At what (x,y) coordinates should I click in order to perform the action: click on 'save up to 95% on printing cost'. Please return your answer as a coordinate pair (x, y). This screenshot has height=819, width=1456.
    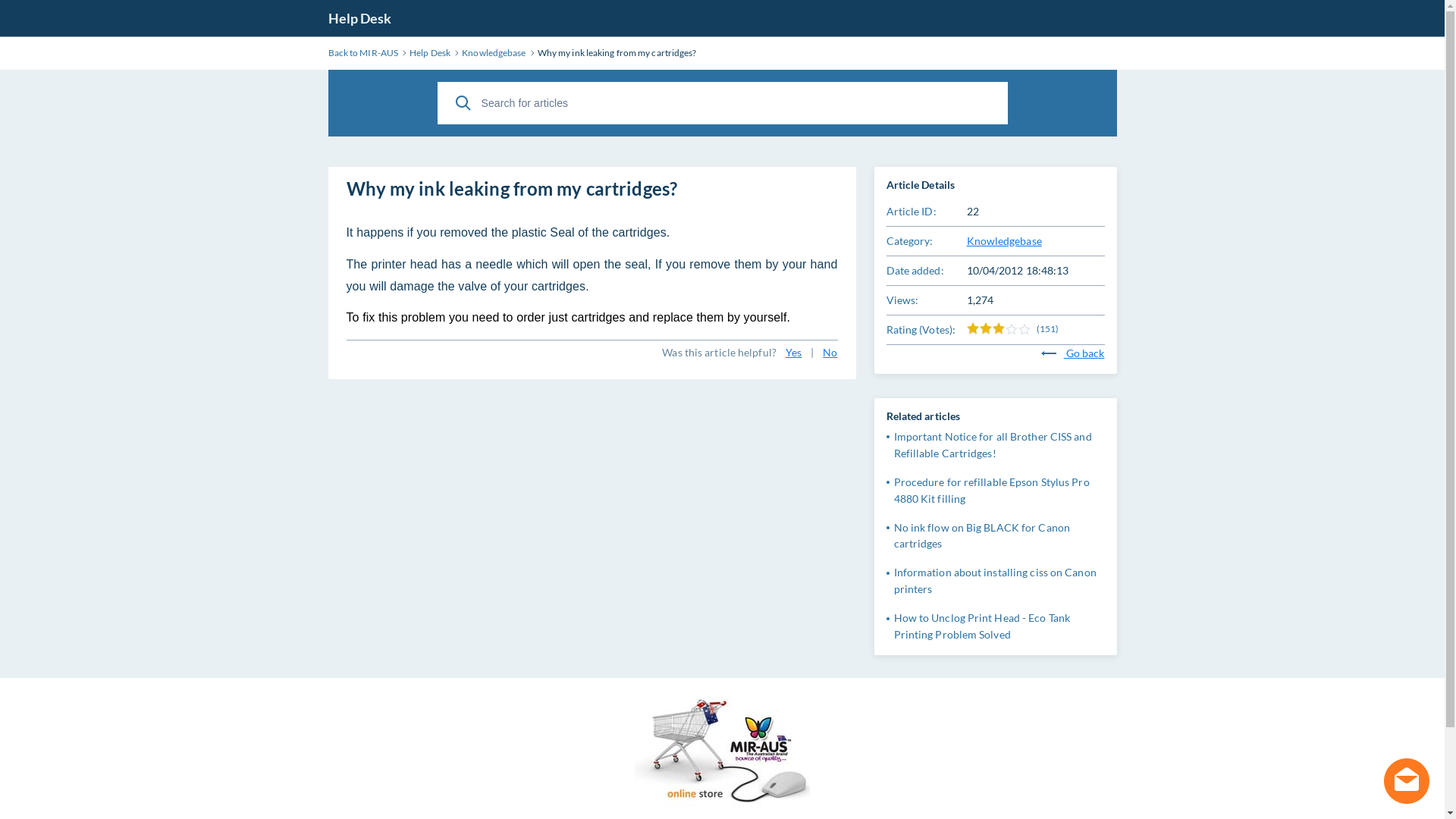
    Looking at the image, I should click on (721, 754).